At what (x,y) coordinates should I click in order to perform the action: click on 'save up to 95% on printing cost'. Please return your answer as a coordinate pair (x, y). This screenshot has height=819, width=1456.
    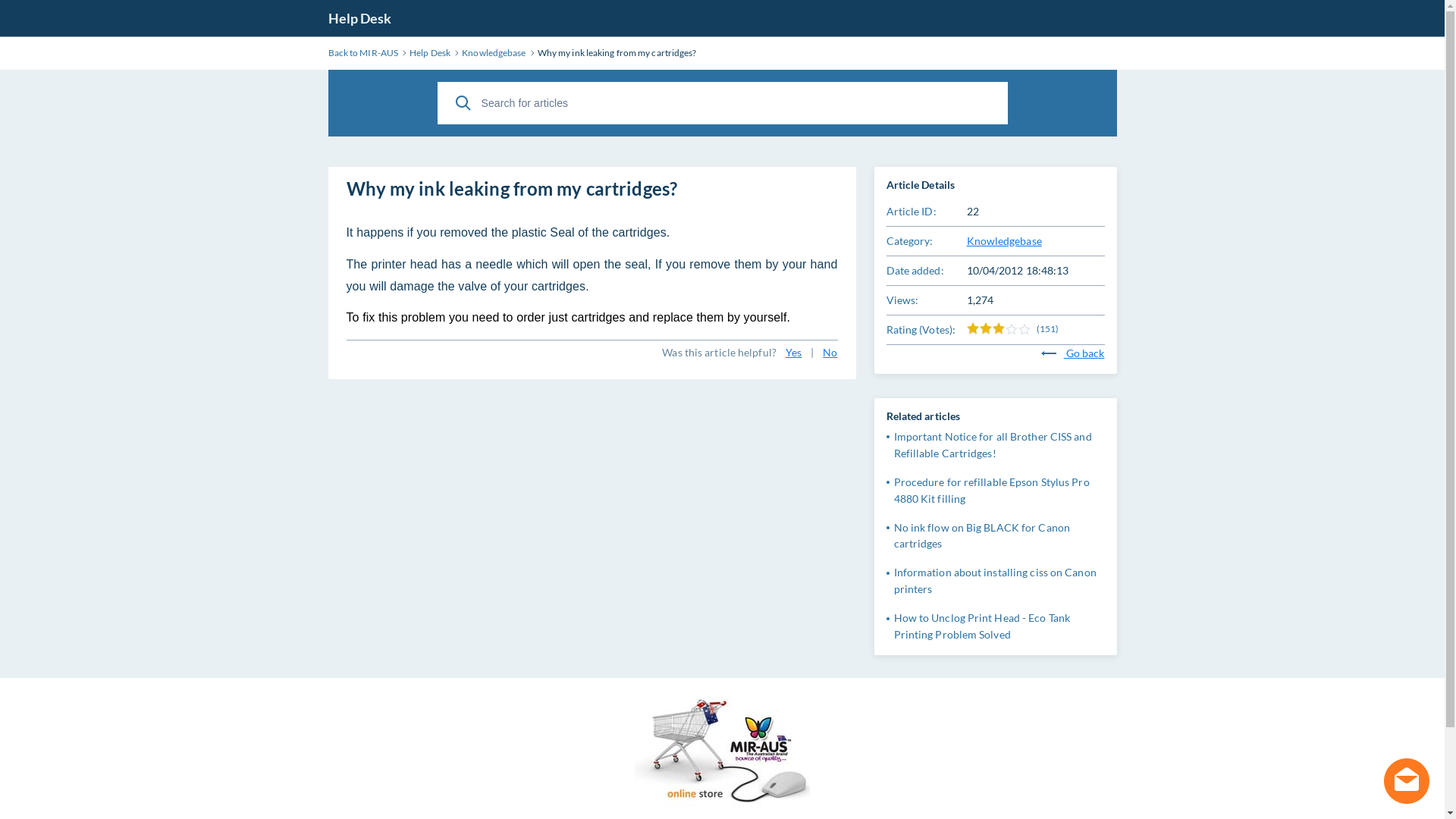
    Looking at the image, I should click on (721, 754).